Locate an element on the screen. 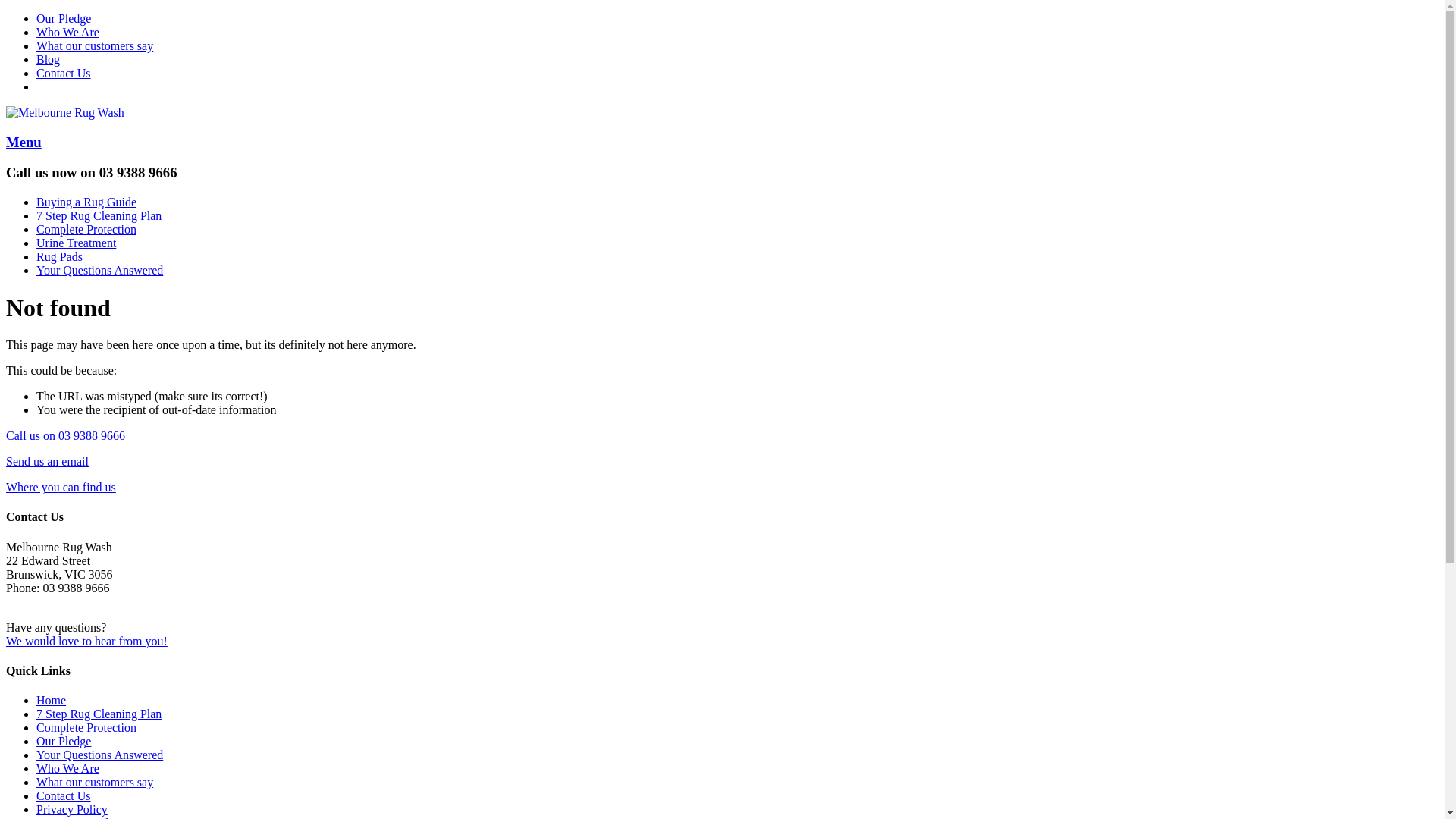  'Call us on 03 9388 9666' is located at coordinates (64, 435).